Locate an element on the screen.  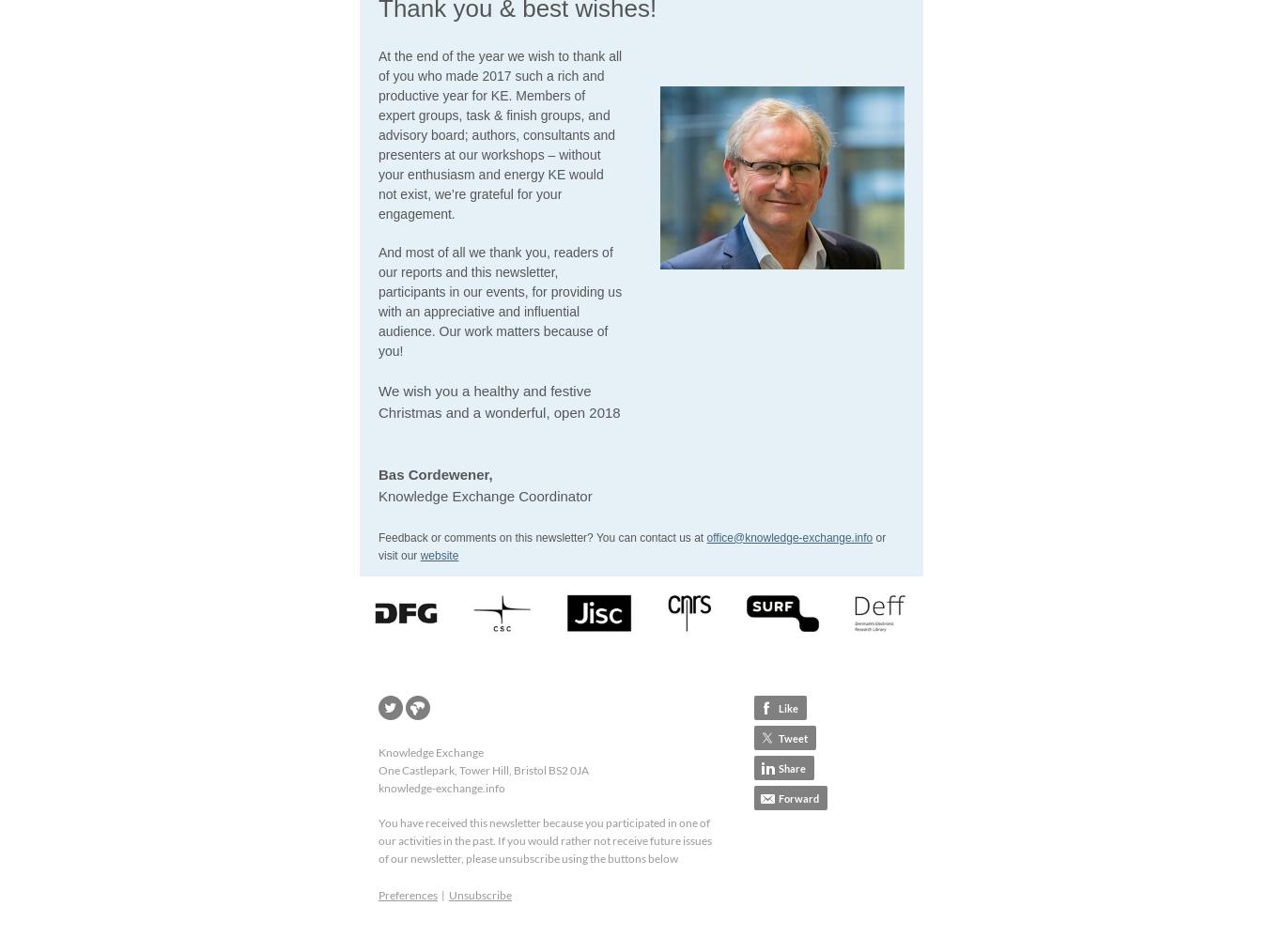
'website' is located at coordinates (439, 553).